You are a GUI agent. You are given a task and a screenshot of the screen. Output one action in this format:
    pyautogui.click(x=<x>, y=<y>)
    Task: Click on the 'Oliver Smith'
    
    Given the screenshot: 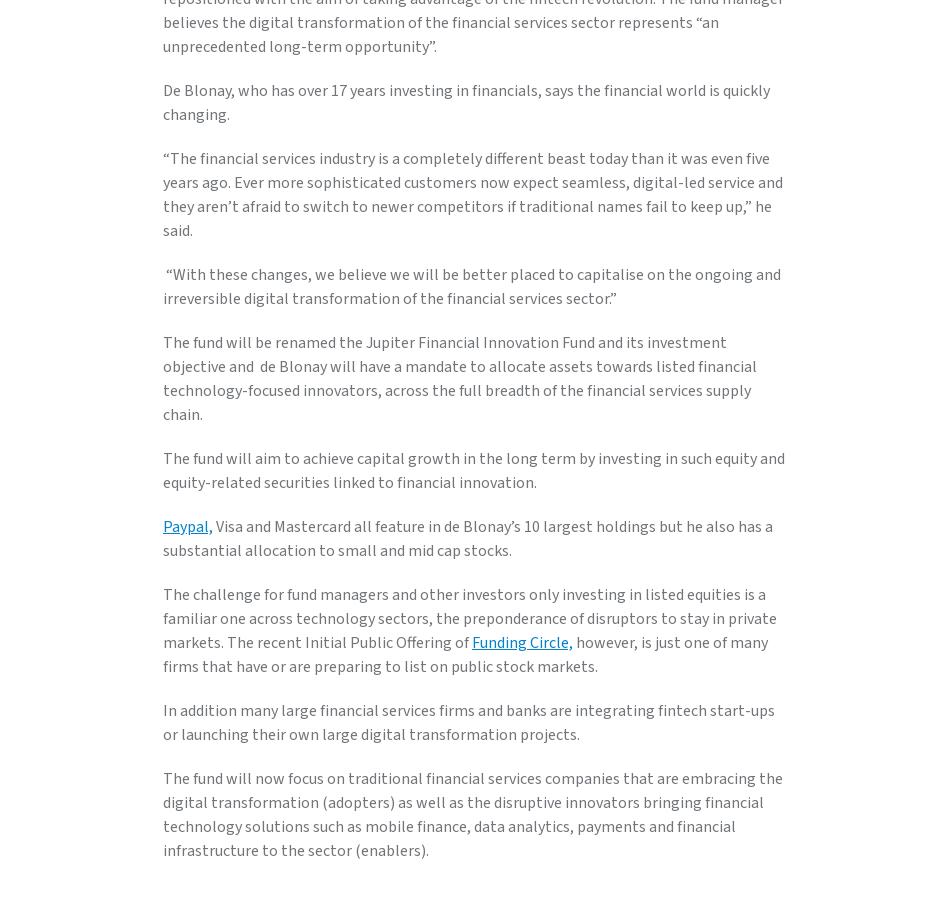 What is the action you would take?
    pyautogui.click(x=208, y=112)
    